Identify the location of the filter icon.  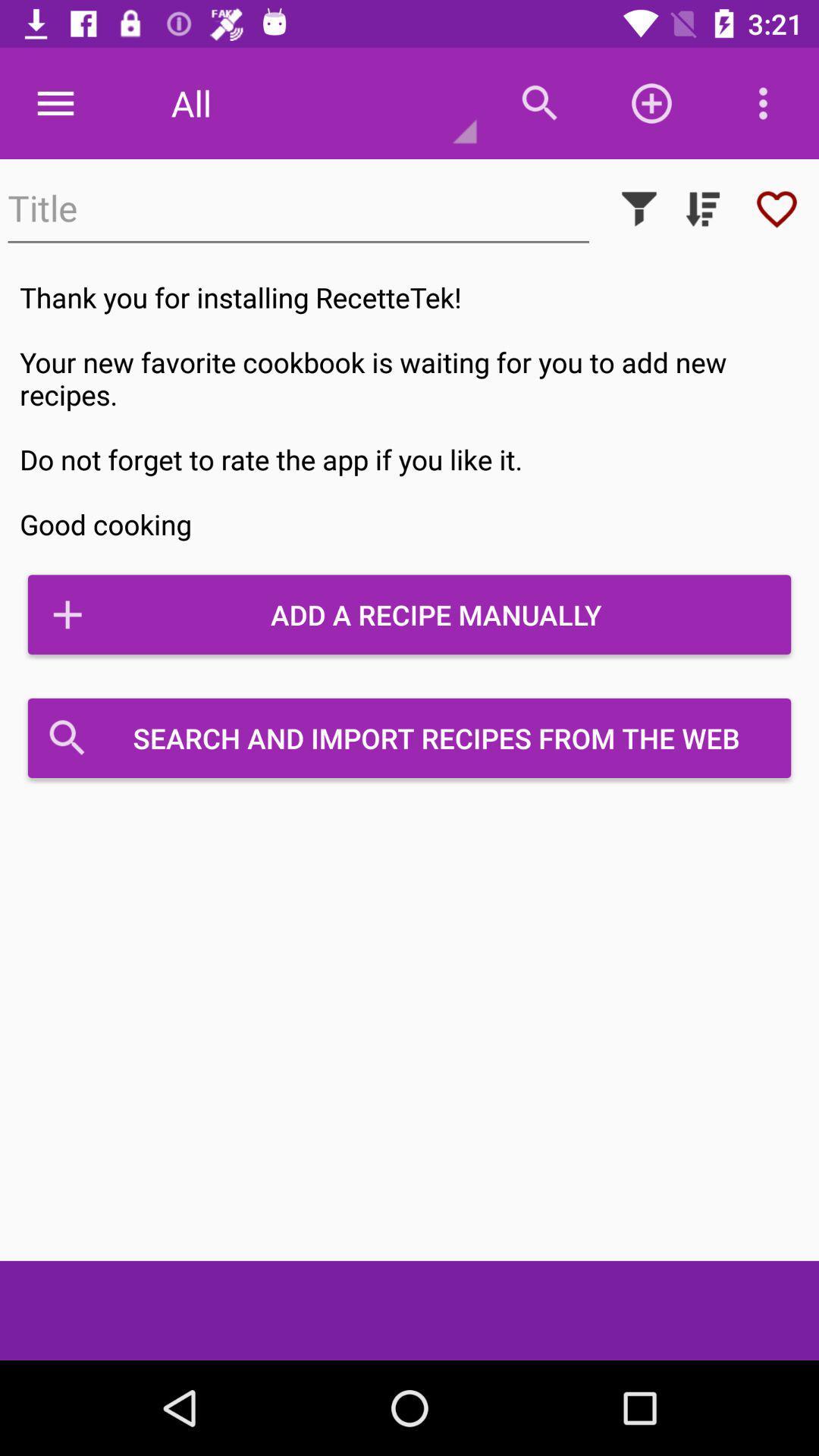
(639, 208).